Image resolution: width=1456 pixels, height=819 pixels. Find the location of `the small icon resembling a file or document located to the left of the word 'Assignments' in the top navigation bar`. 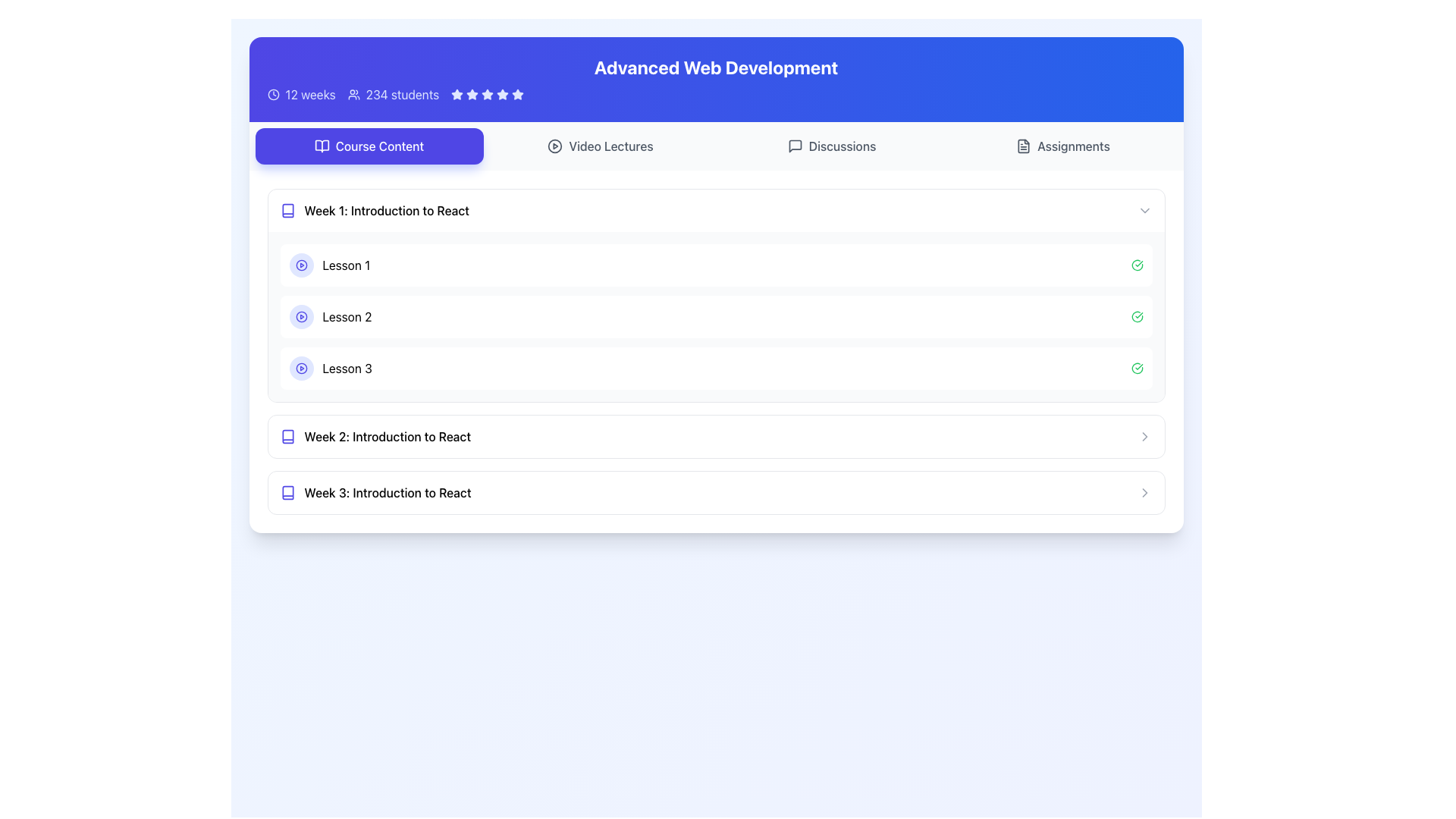

the small icon resembling a file or document located to the left of the word 'Assignments' in the top navigation bar is located at coordinates (1024, 146).